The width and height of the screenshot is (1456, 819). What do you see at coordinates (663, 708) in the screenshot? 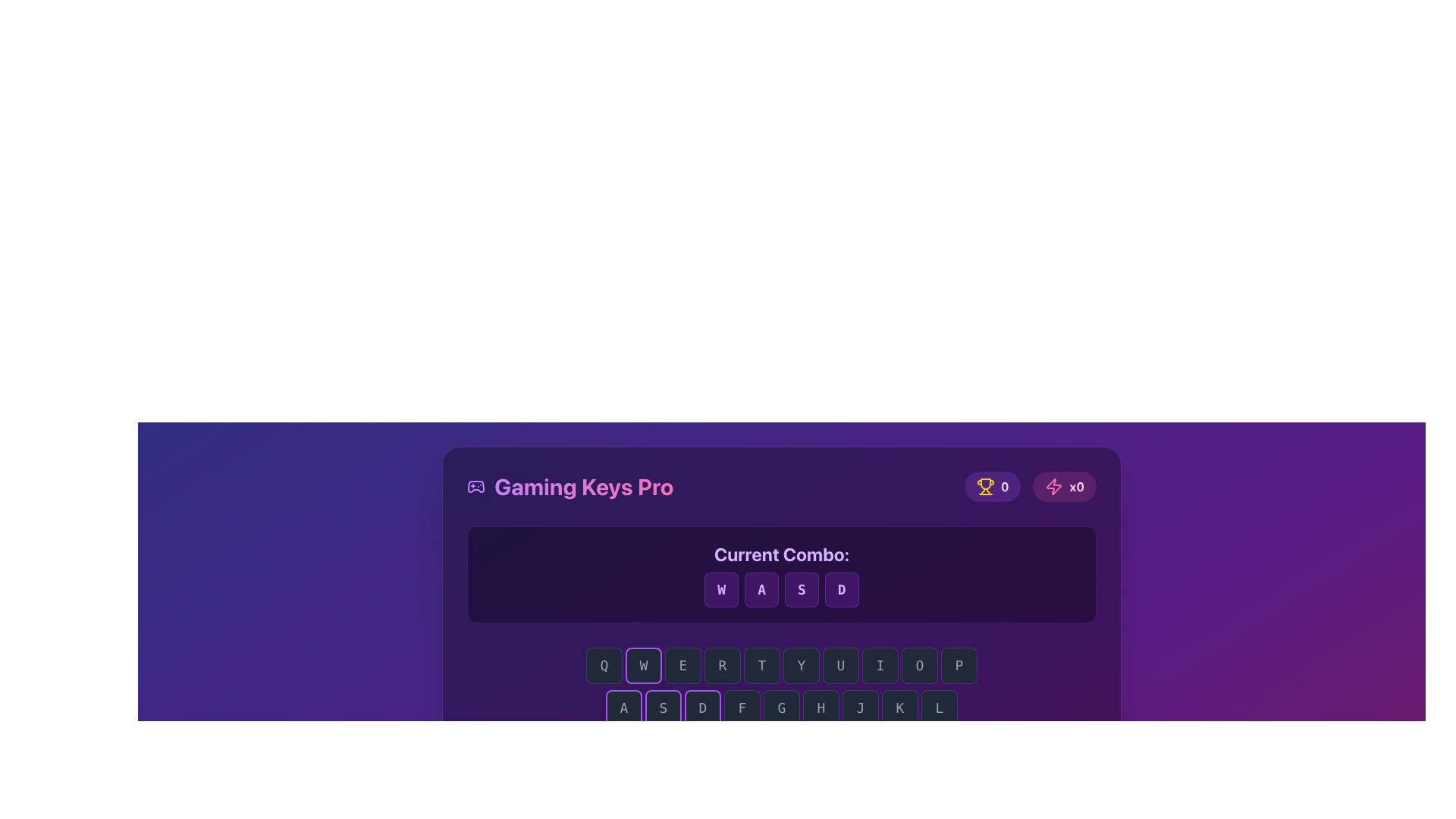
I see `the non-interactive button element located in the bottom row of buttons labeled 'ASDFGHJKL', specifically the second button from the left` at bounding box center [663, 708].